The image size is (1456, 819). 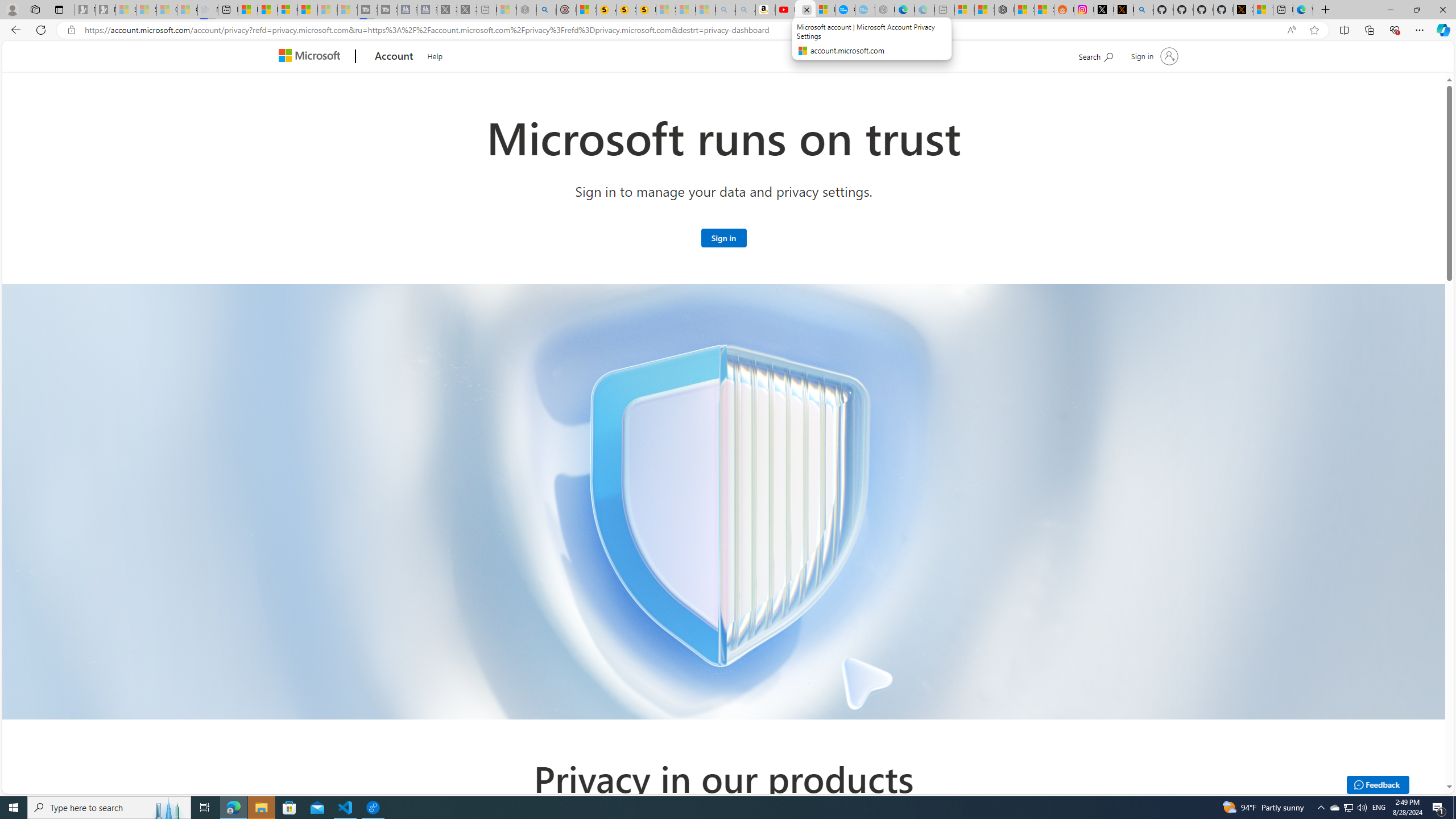 What do you see at coordinates (1124, 9) in the screenshot?
I see `'help.x.com | 524: A timeout occurred'` at bounding box center [1124, 9].